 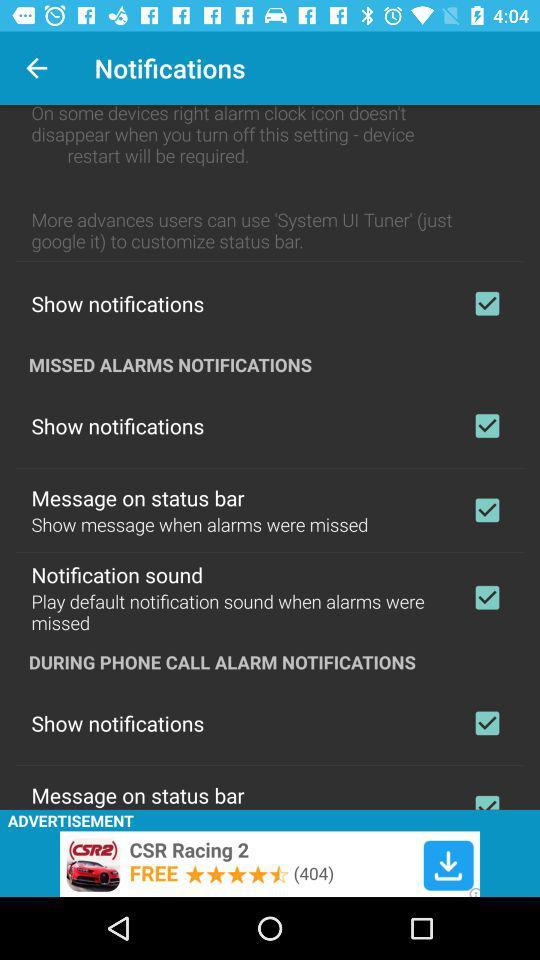 I want to click on advertisement, so click(x=270, y=863).